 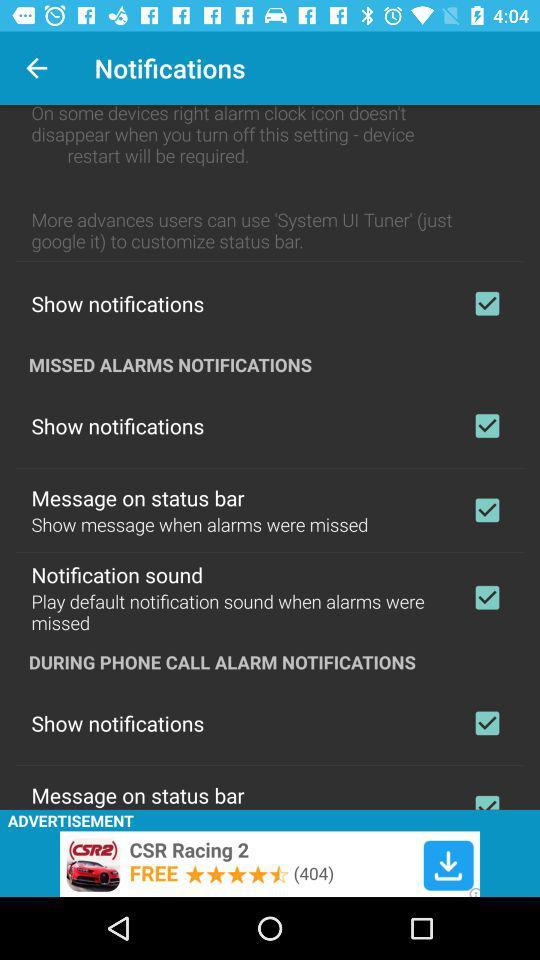 I want to click on advertisement, so click(x=270, y=863).